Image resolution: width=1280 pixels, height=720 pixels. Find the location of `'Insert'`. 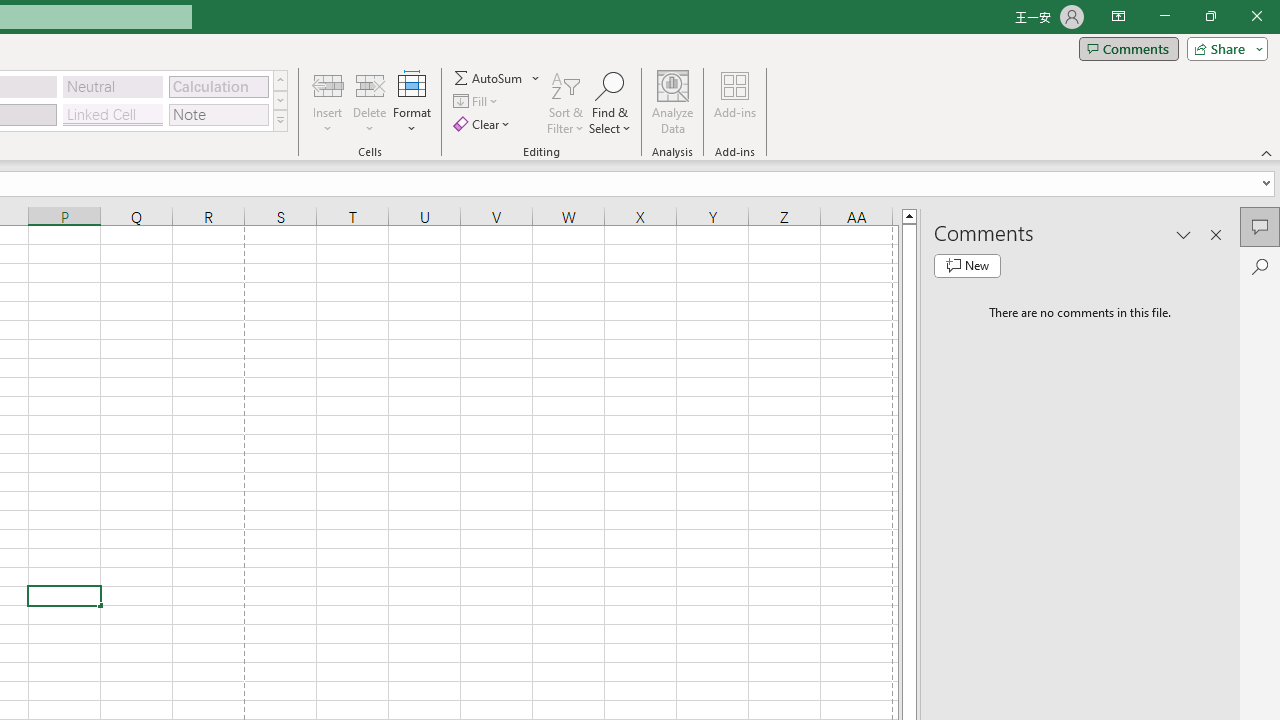

'Insert' is located at coordinates (328, 103).